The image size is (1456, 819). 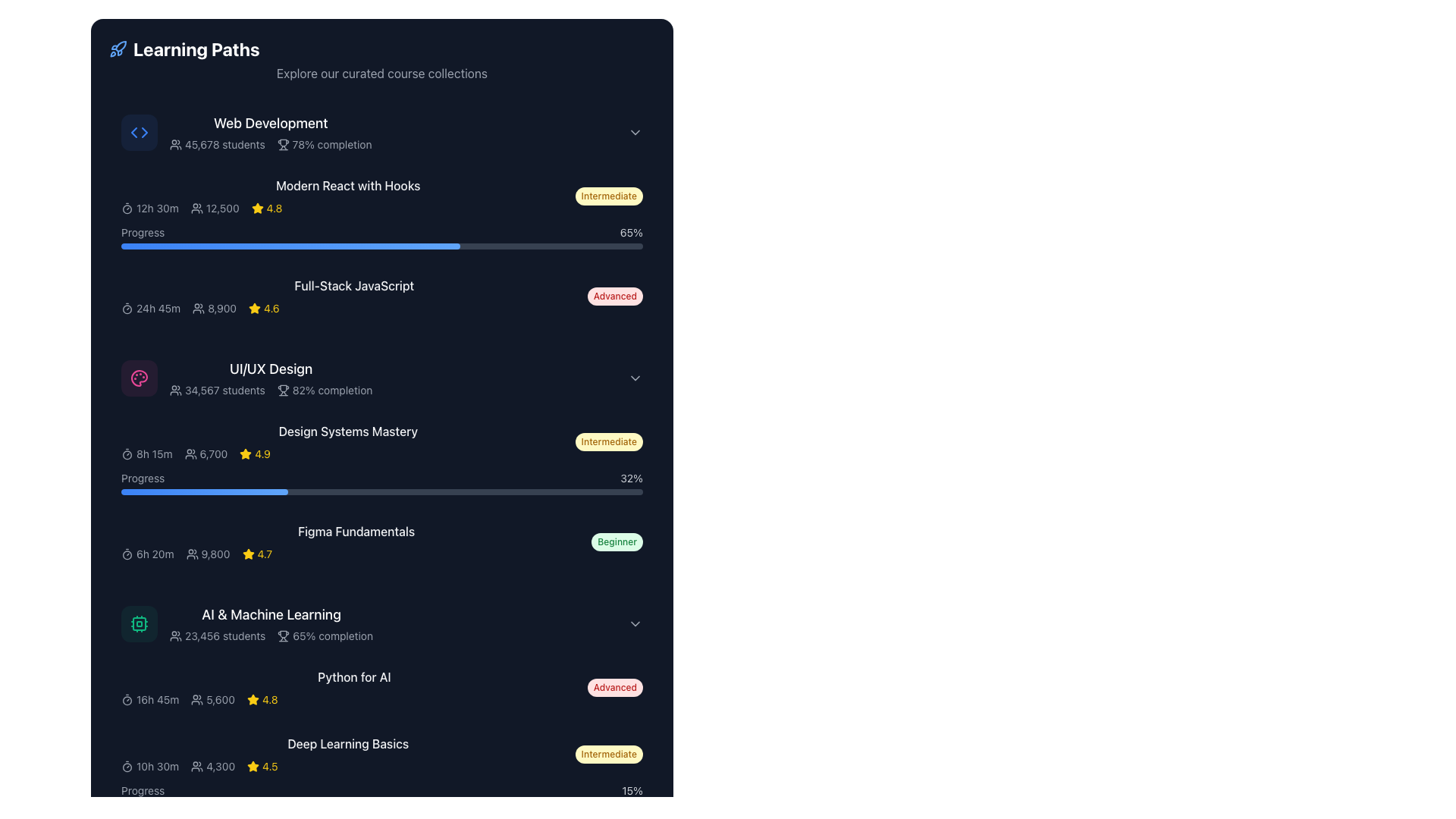 What do you see at coordinates (257, 208) in the screenshot?
I see `the star rating icon located to the left of the numeric rating '4.8' in the 'Modern React with Hooks' section of the 'Web Development' category for detailed information or action` at bounding box center [257, 208].